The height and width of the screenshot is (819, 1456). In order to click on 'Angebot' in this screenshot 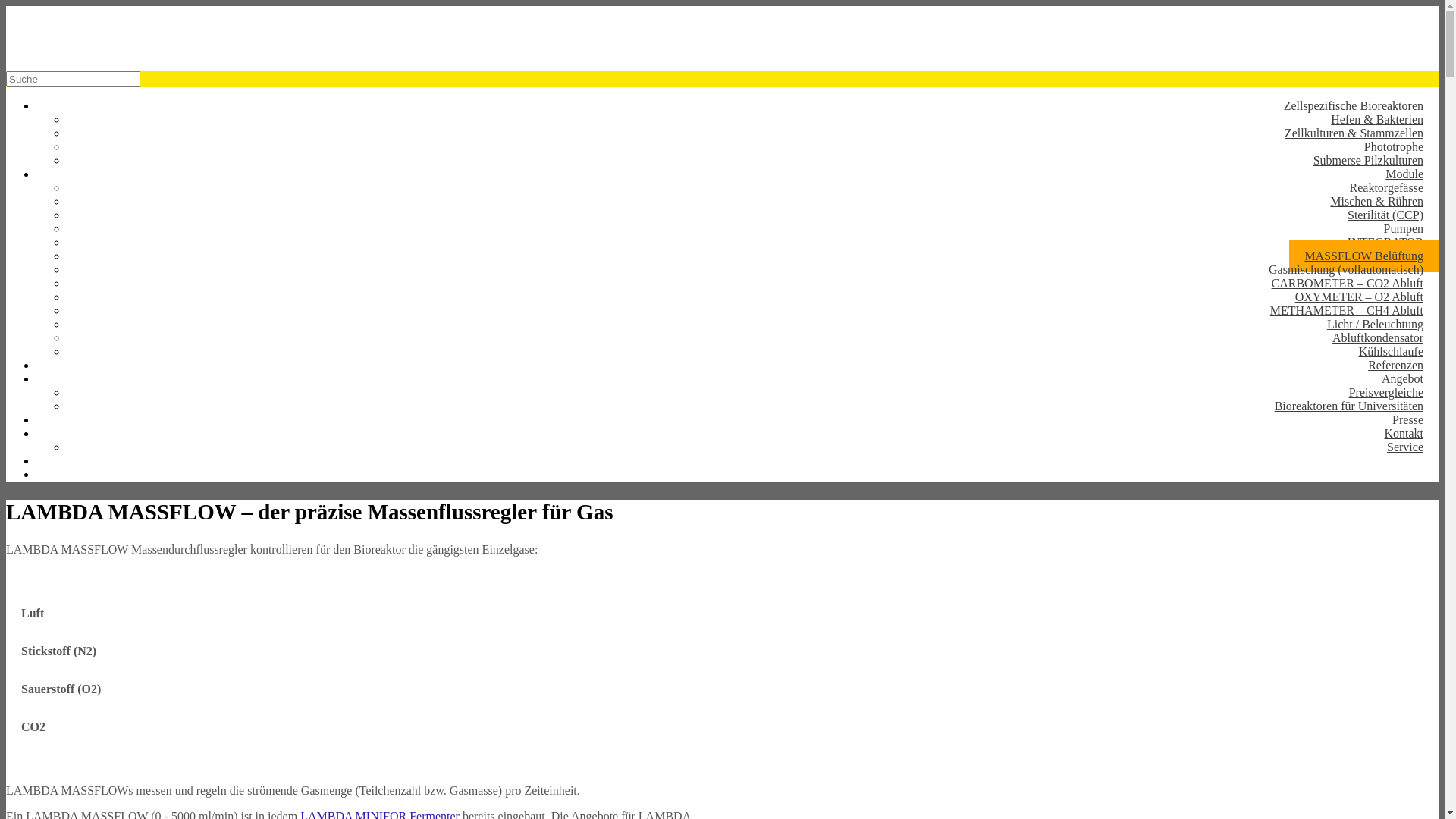, I will do `click(1401, 378)`.